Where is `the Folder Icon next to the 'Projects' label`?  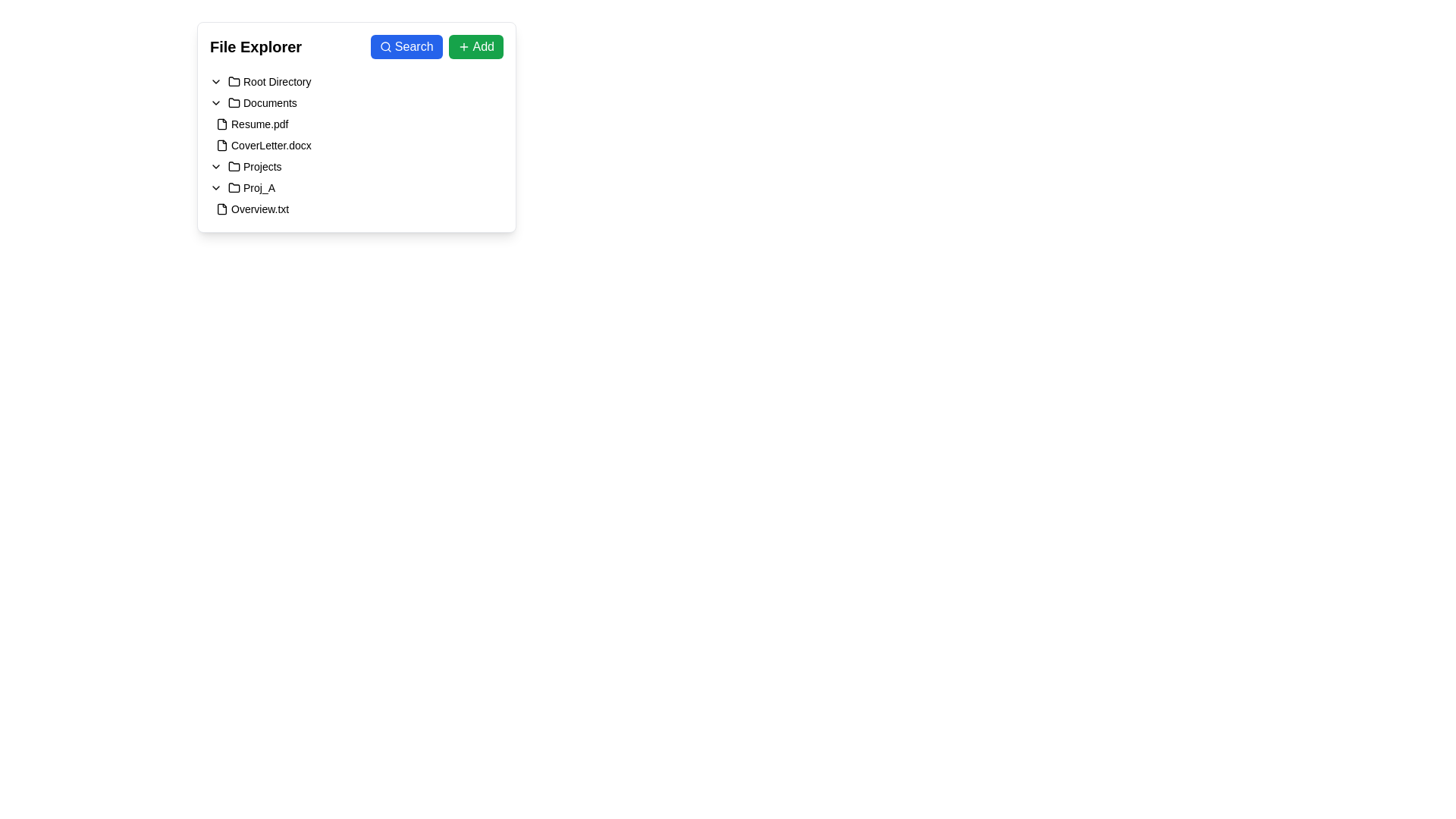 the Folder Icon next to the 'Projects' label is located at coordinates (233, 166).